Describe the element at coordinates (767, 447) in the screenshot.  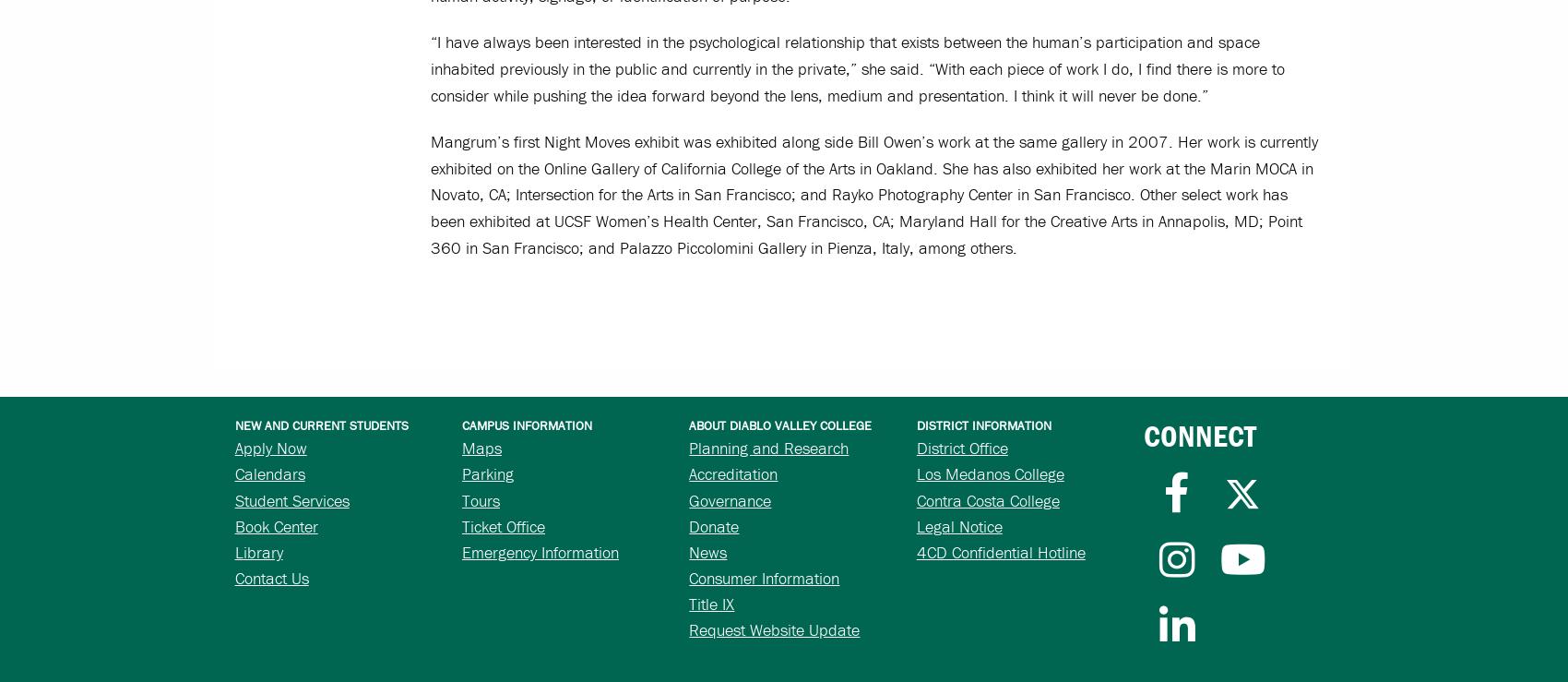
I see `'Planning and Research'` at that location.